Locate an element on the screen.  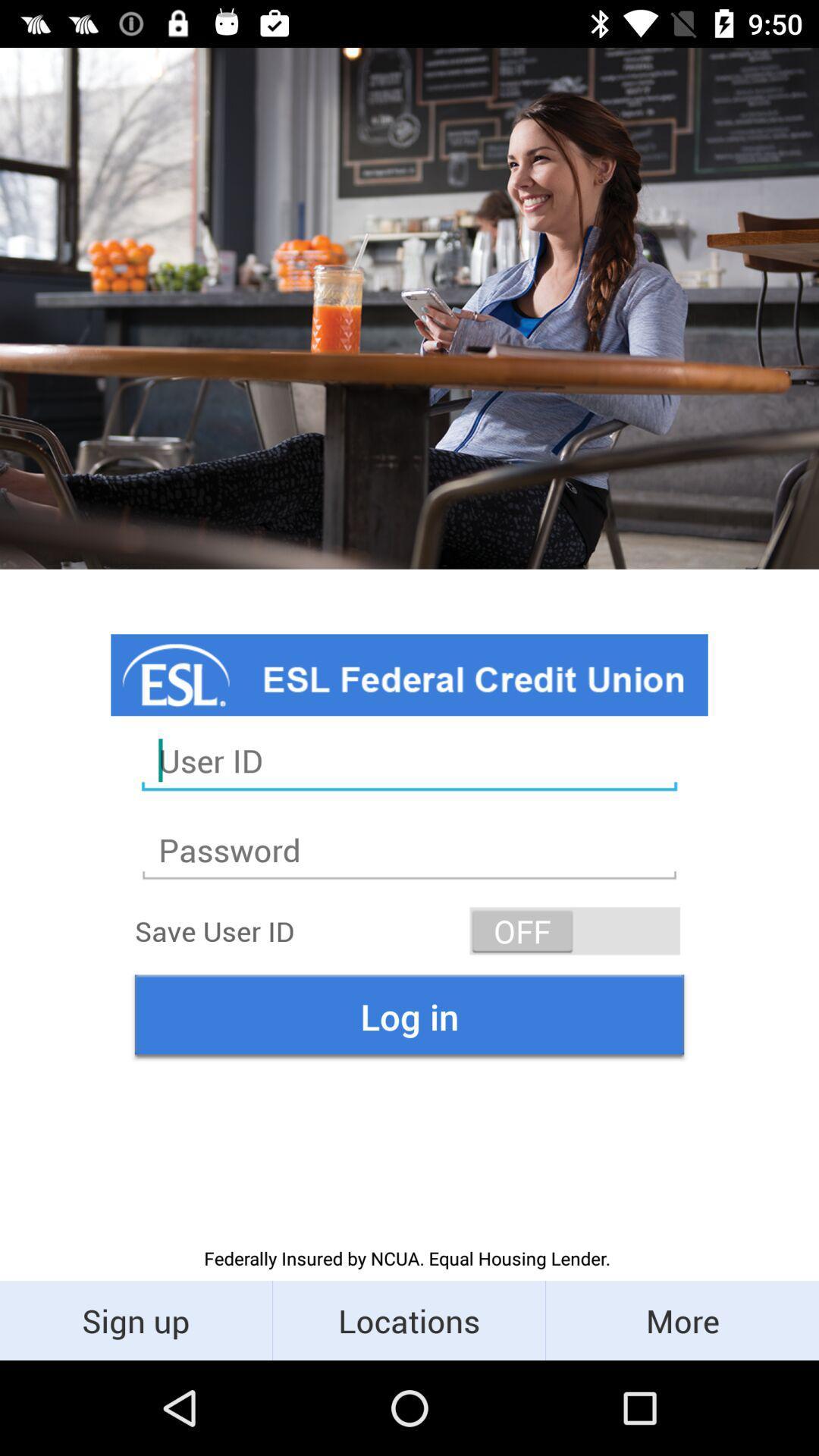
log in is located at coordinates (409, 1016).